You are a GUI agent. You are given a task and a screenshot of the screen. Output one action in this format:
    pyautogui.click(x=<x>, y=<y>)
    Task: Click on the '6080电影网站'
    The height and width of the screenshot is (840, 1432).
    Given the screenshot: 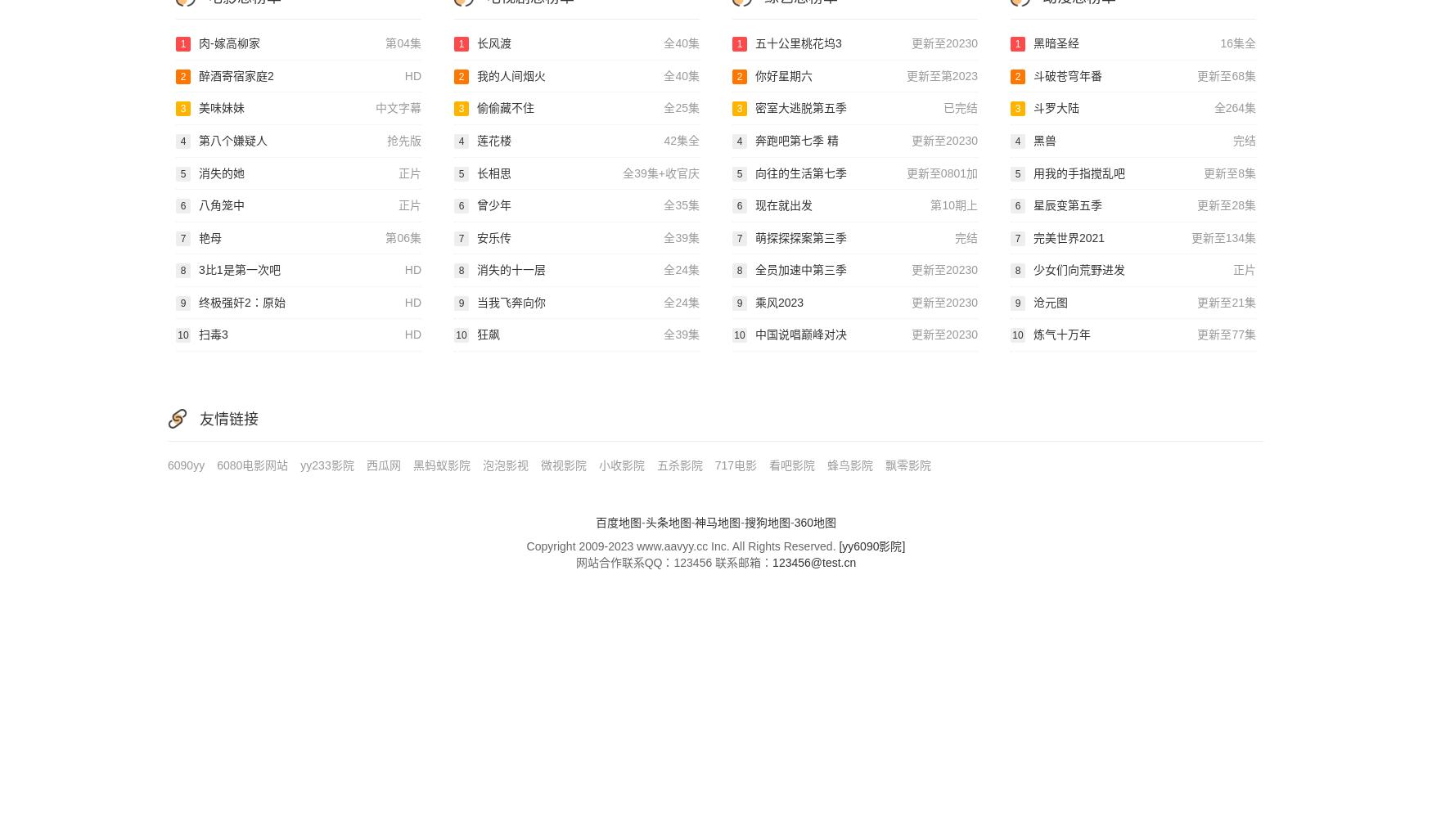 What is the action you would take?
    pyautogui.click(x=251, y=464)
    